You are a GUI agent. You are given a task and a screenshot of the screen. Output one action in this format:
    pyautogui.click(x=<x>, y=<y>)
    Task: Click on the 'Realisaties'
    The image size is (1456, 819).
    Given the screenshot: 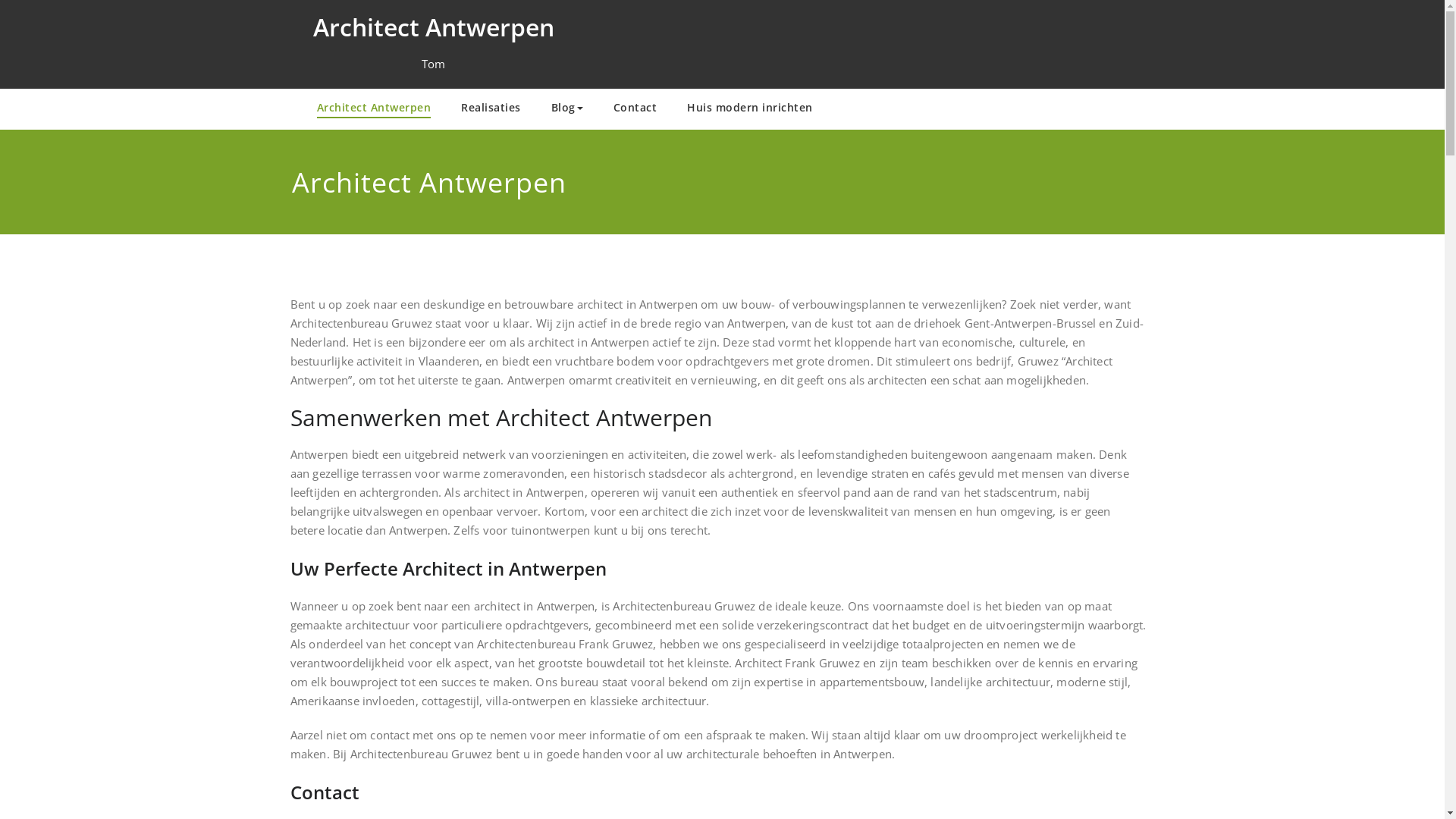 What is the action you would take?
    pyautogui.click(x=491, y=108)
    